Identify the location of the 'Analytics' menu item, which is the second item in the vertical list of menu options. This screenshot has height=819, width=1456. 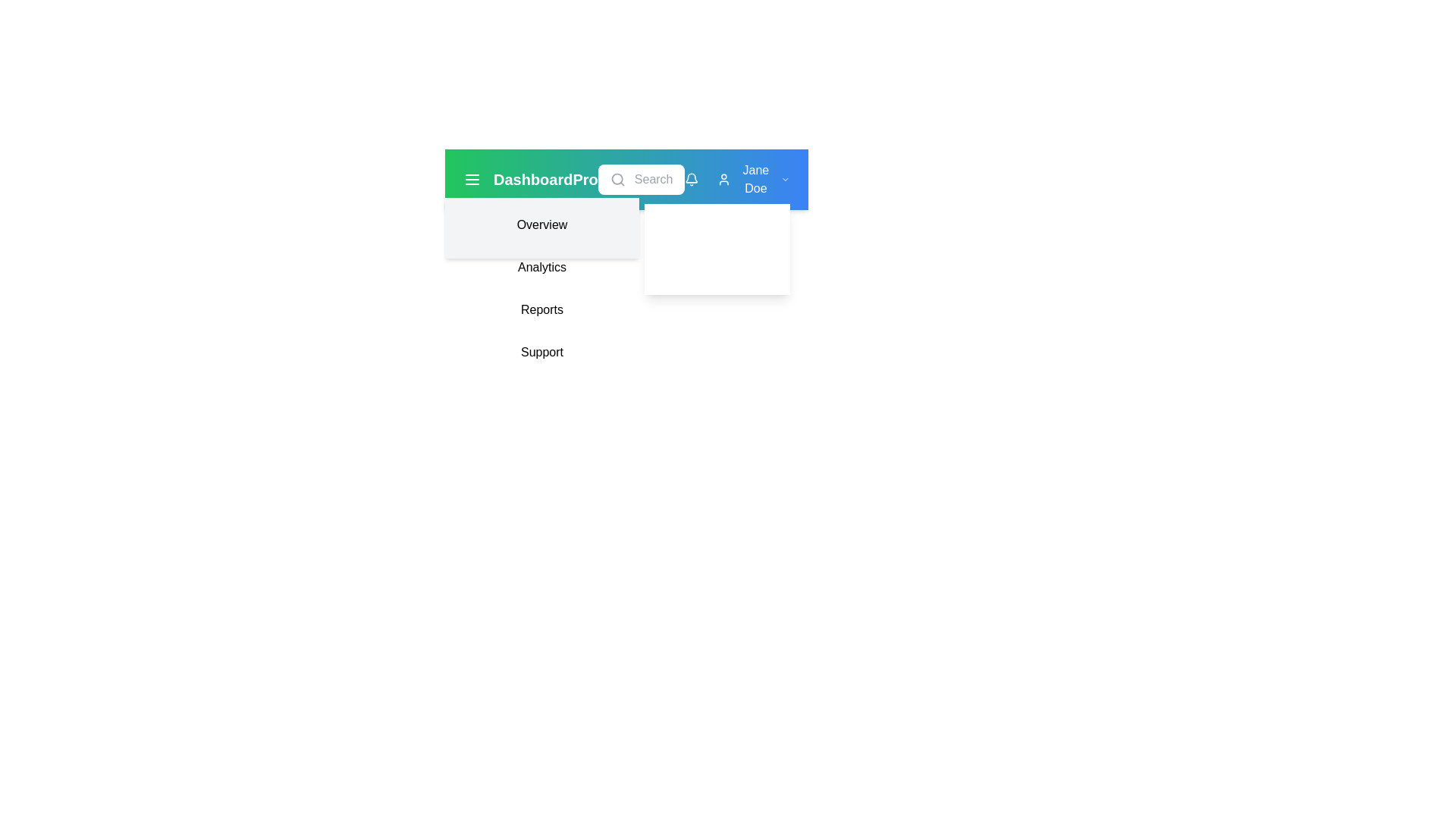
(542, 267).